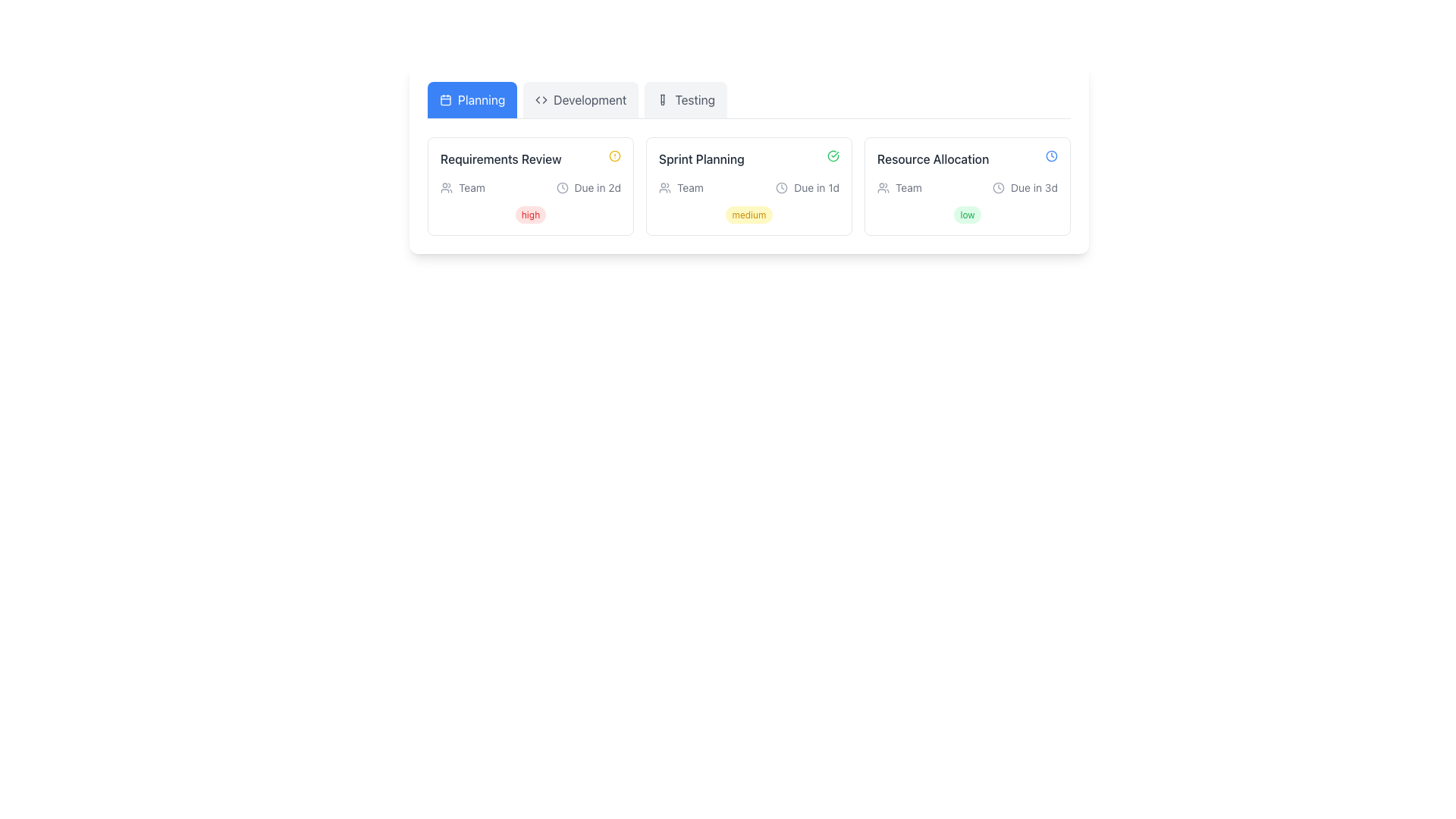 The width and height of the screenshot is (1456, 819). What do you see at coordinates (883, 187) in the screenshot?
I see `the 'Team' icon located to the left of the 'Team' text within the 'Resource Allocation' card in the 'Planning' category` at bounding box center [883, 187].